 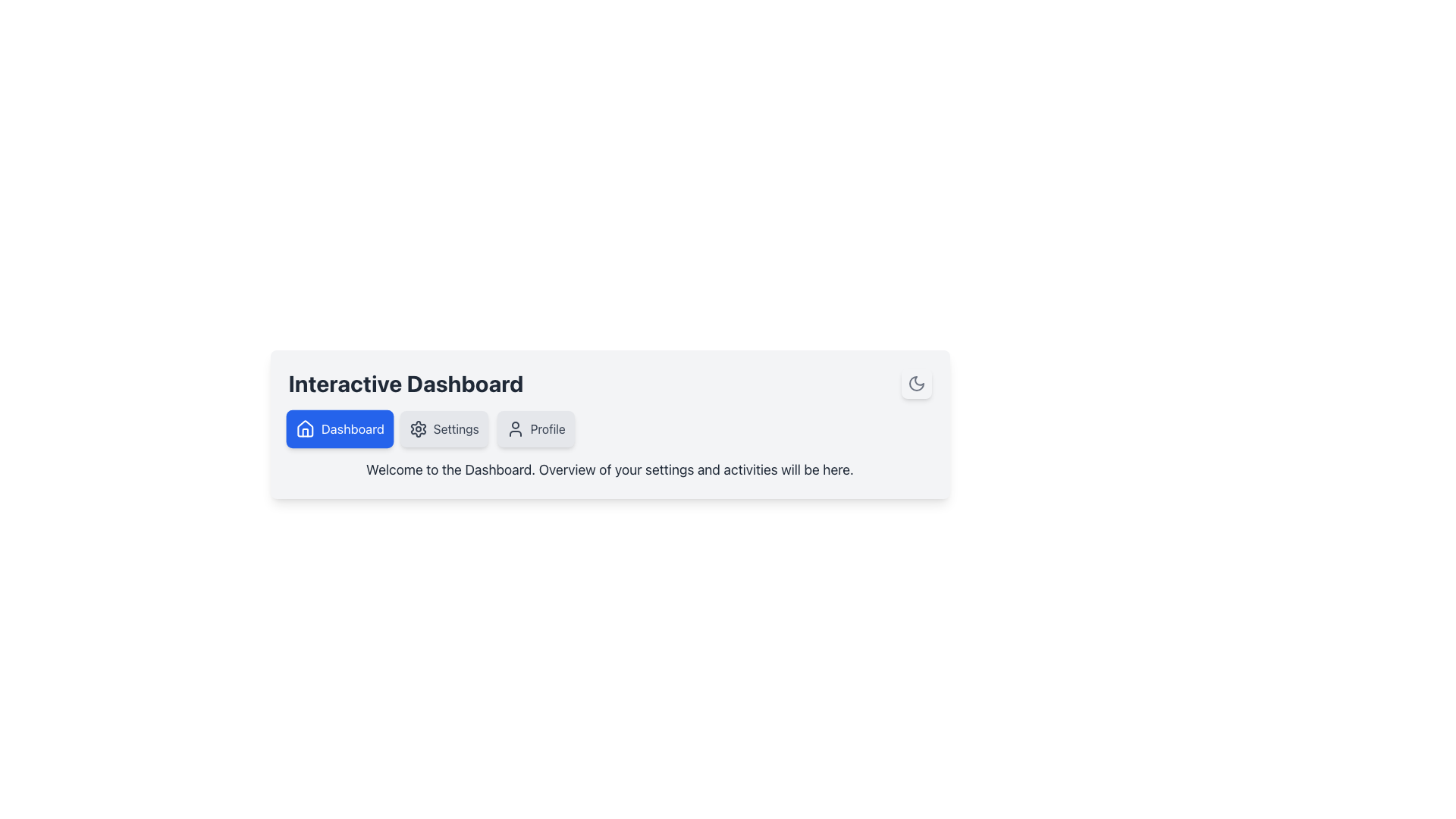 I want to click on the SVG icon representing a house located inside the 'Dashboard' button, positioned on the leftmost side of a row of three buttons, so click(x=304, y=428).